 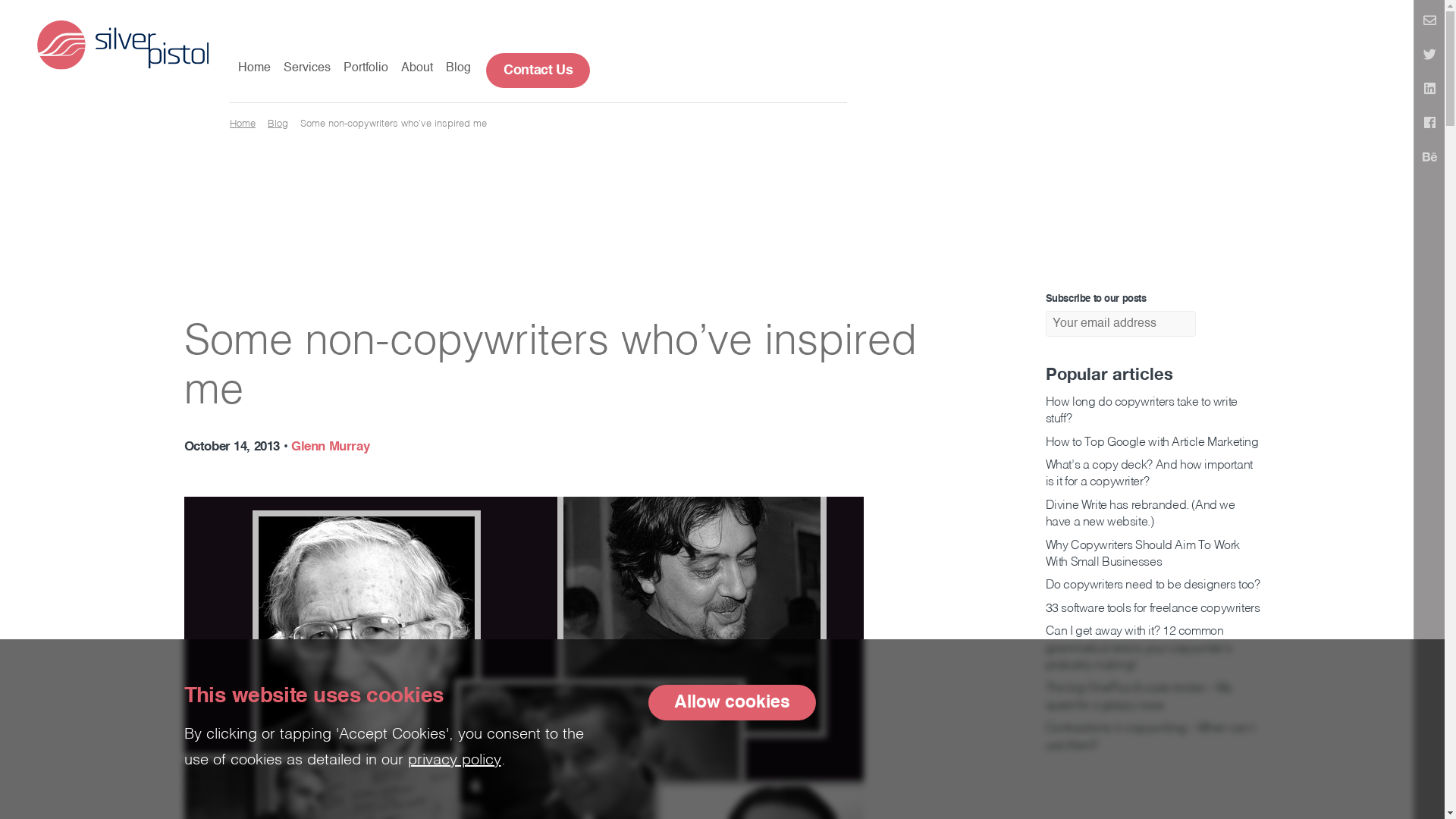 I want to click on 'See us on LinkedIn', so click(x=1414, y=90).